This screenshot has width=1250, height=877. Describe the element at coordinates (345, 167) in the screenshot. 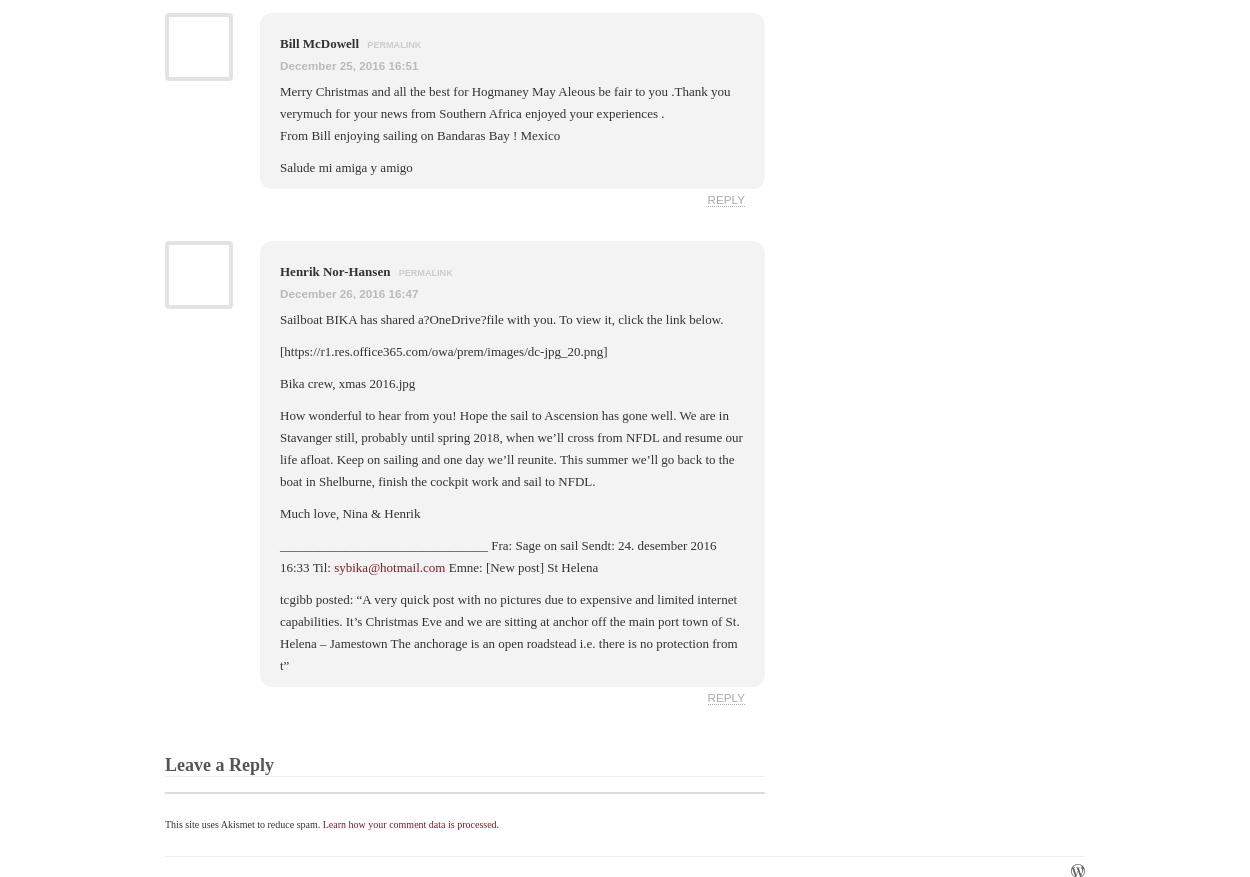

I see `'Salude mi amiga y amigo'` at that location.